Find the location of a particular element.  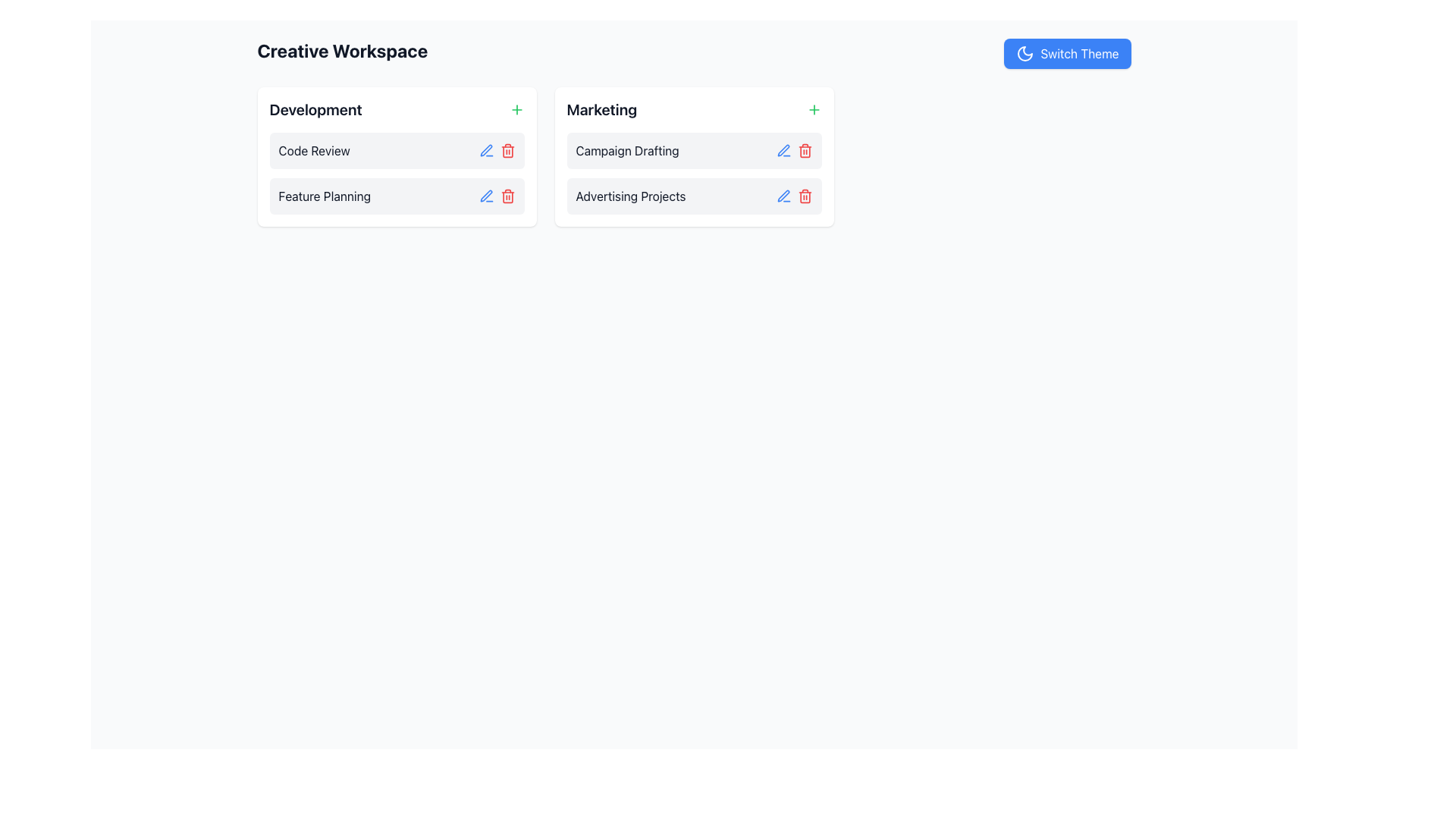

text displayed in the header Text Label located at the top-left corner of the interface, which indicates the current workspace context is located at coordinates (341, 52).